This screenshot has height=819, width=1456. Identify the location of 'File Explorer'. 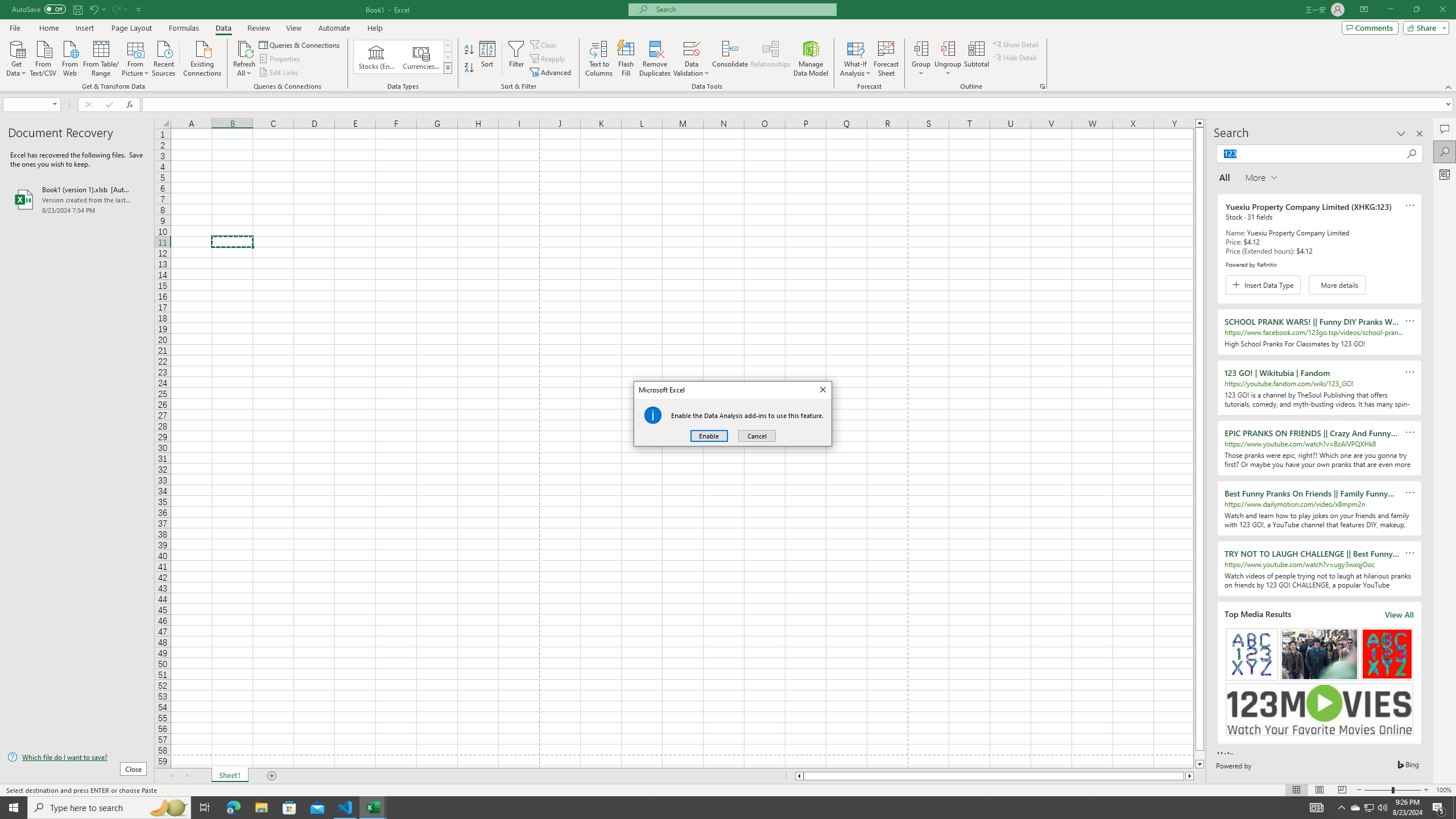
(260, 806).